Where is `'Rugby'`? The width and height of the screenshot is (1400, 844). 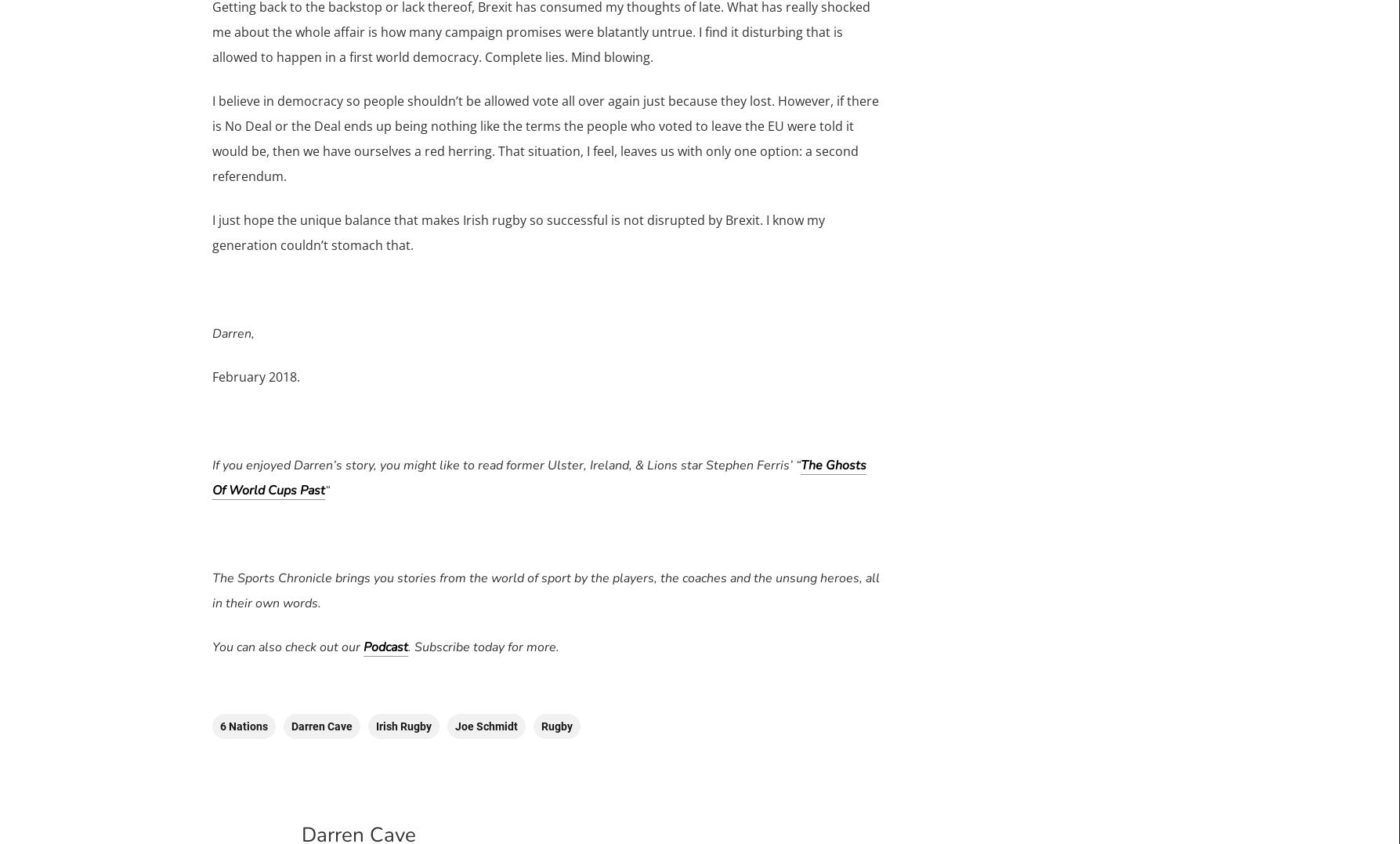 'Rugby' is located at coordinates (555, 725).